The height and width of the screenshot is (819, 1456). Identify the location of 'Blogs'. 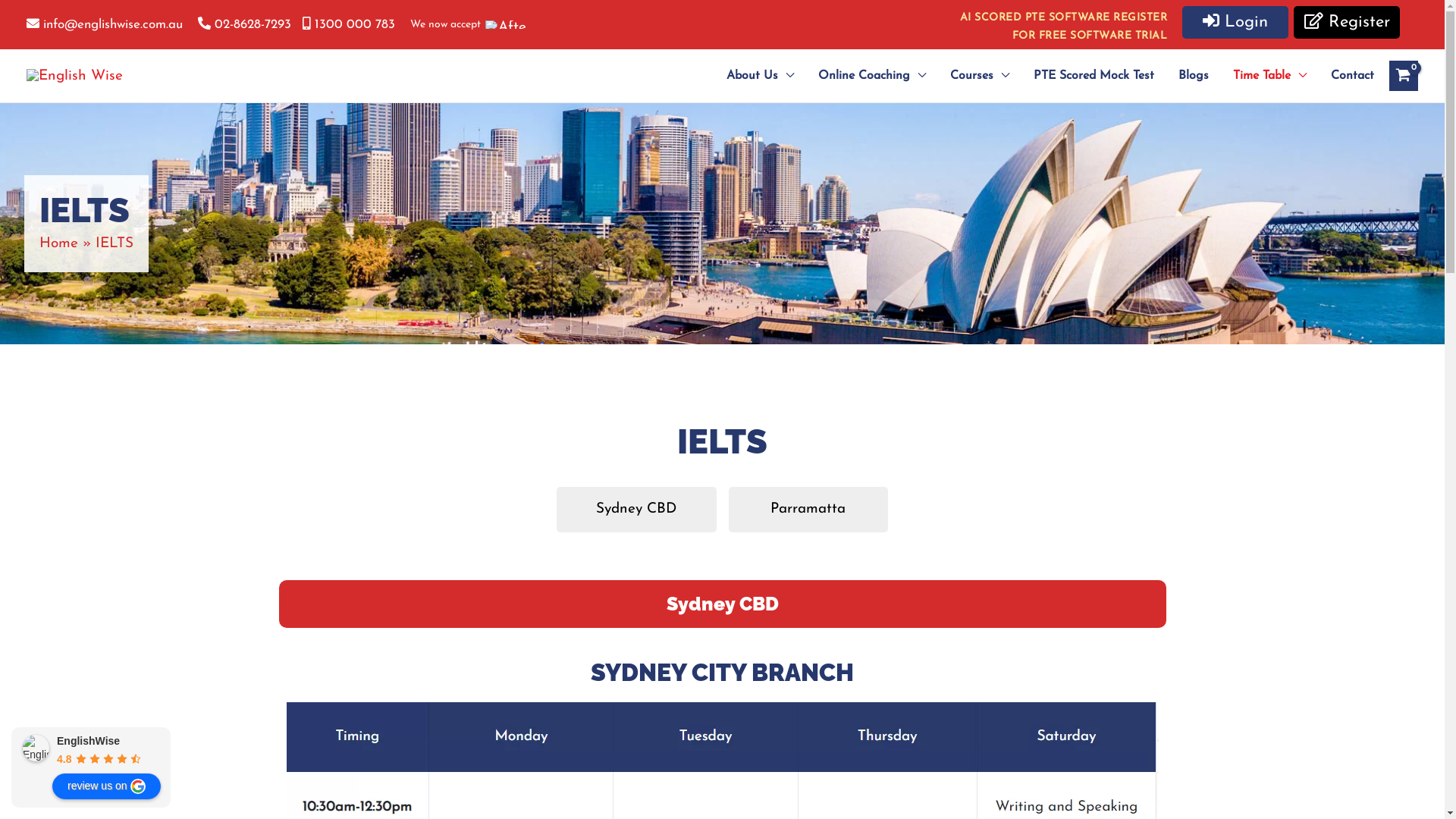
(1193, 76).